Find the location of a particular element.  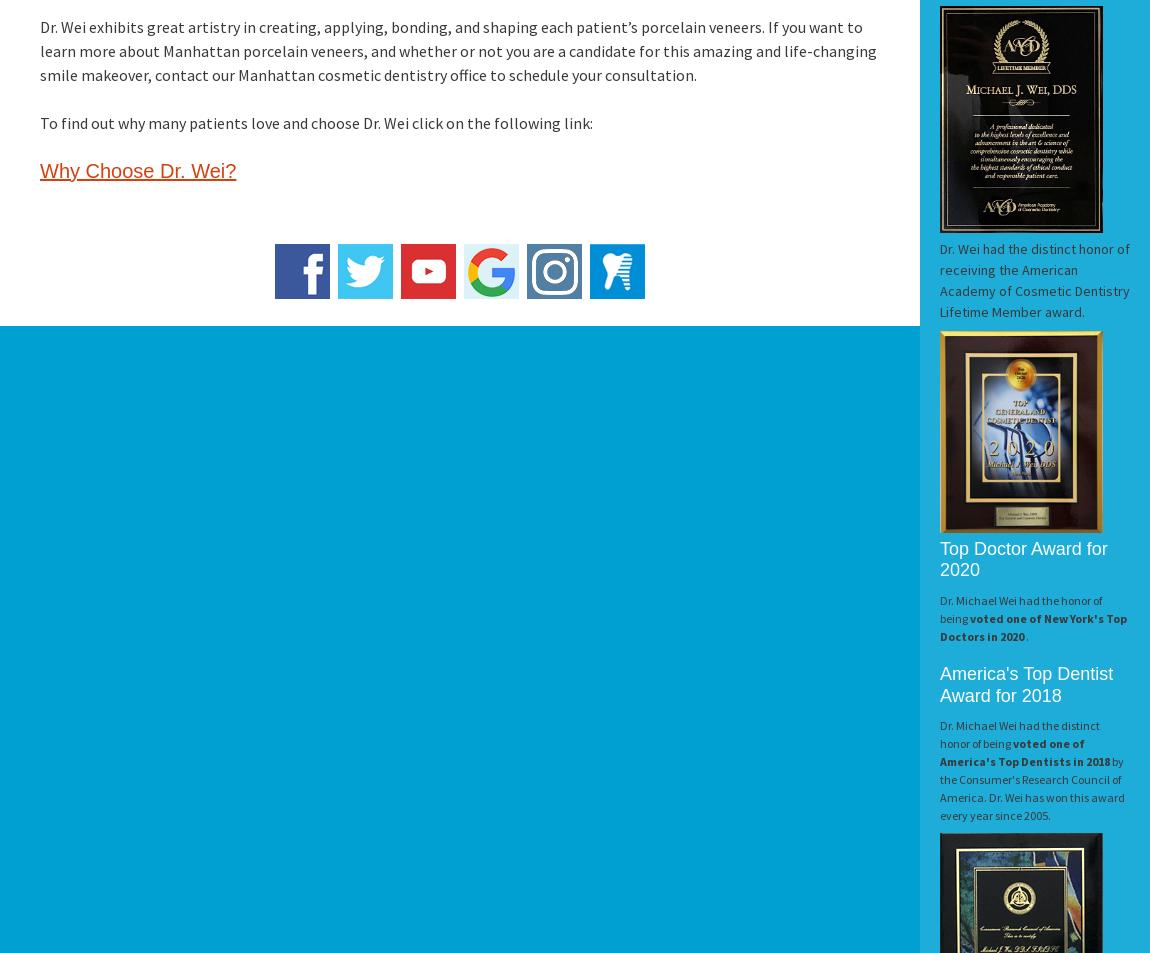

'voted one of America's Top Dentists in 2018' is located at coordinates (1026, 752).